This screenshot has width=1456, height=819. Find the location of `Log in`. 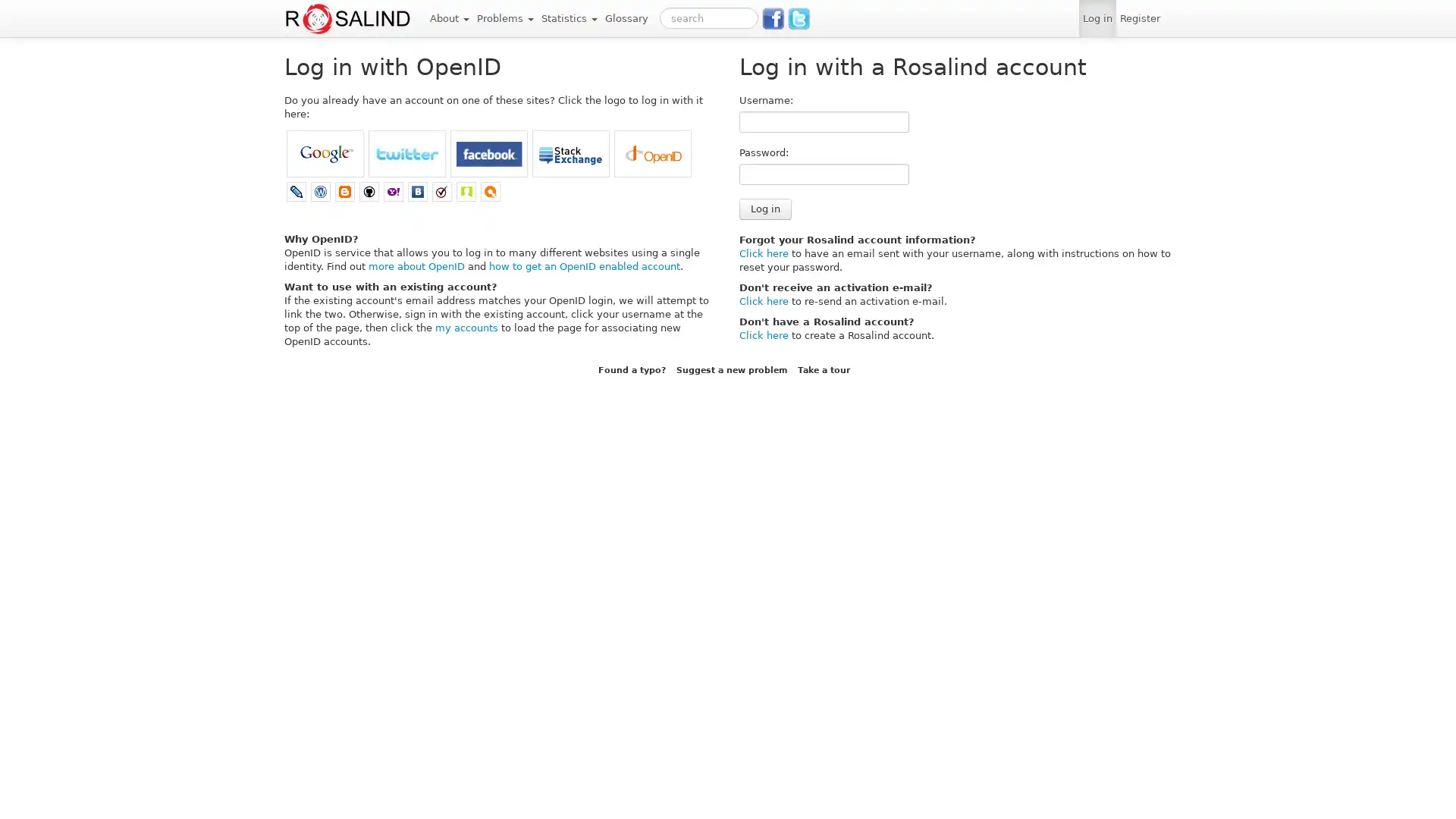

Log in is located at coordinates (765, 209).